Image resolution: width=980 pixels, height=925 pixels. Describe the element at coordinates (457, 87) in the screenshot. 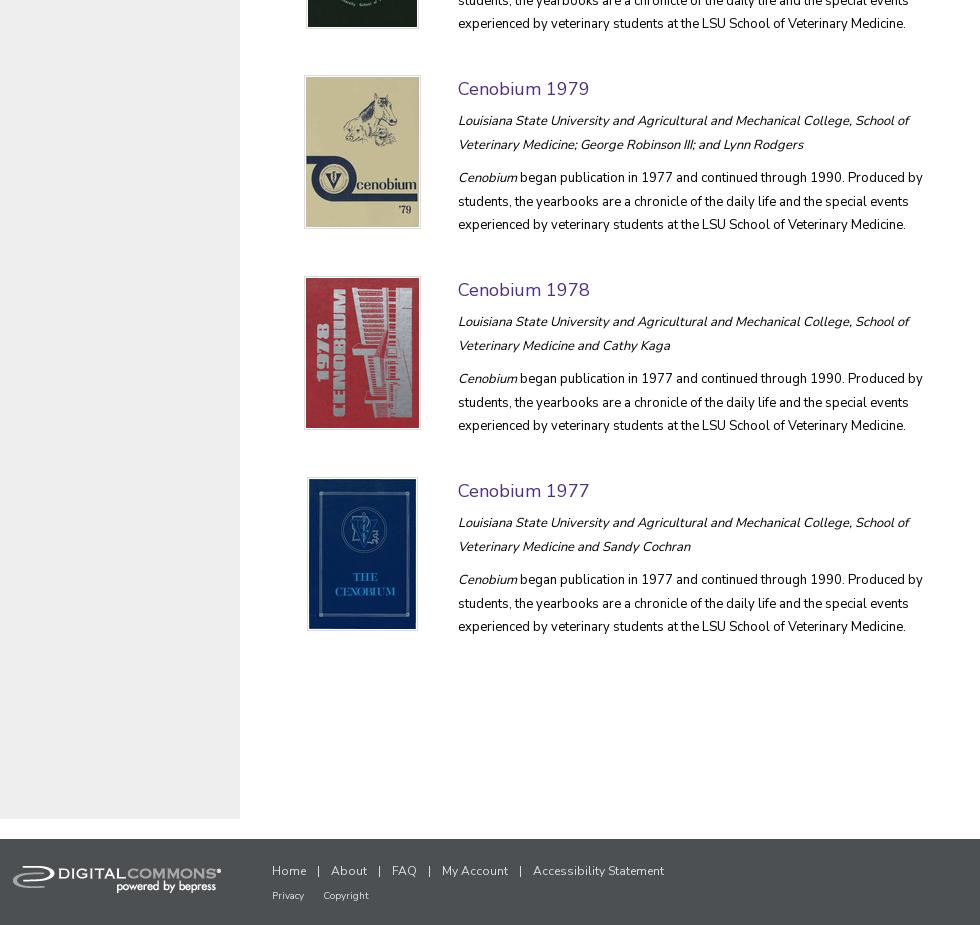

I see `'Cenobium 1979'` at that location.